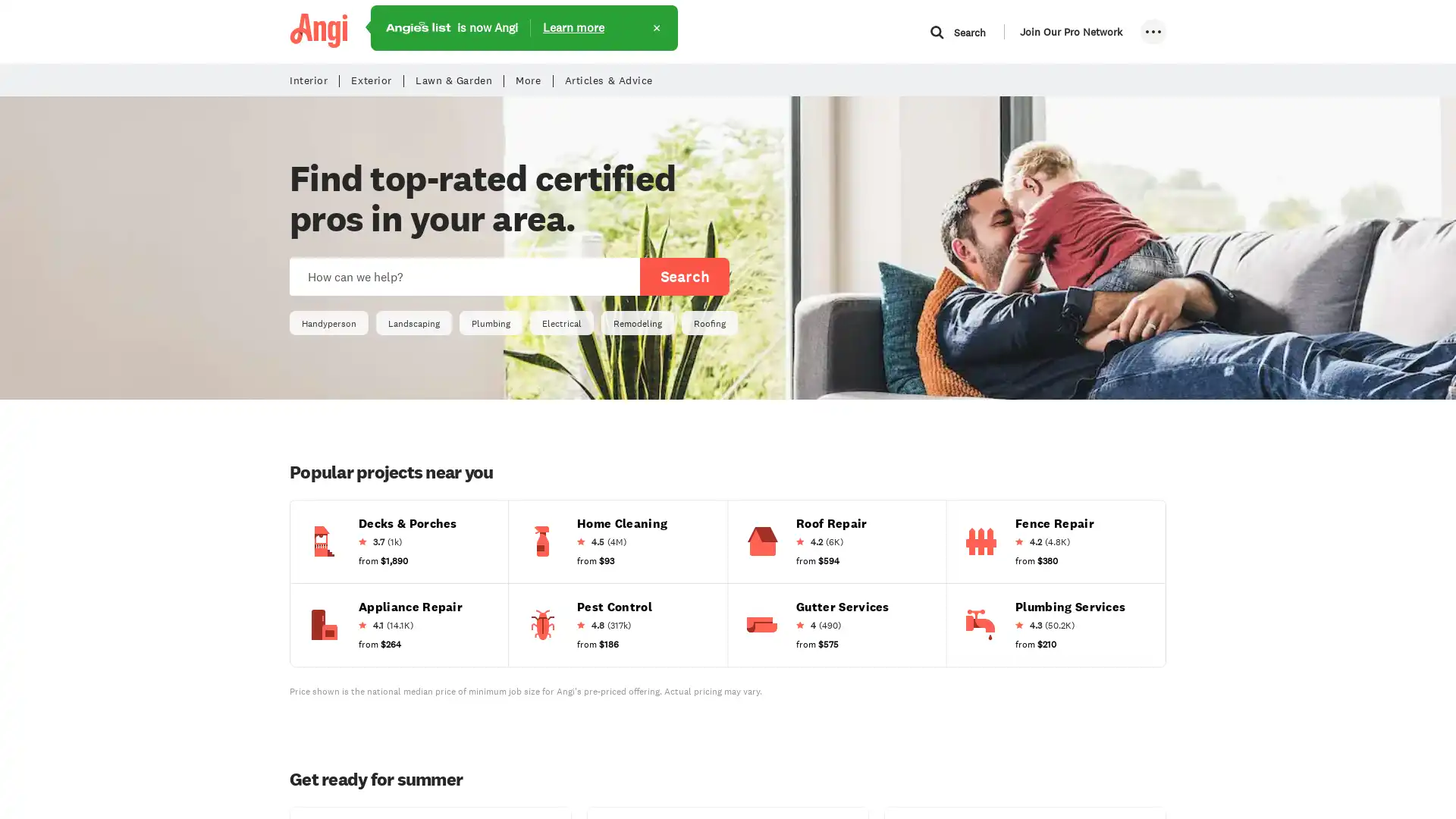 Image resolution: width=1456 pixels, height=819 pixels. I want to click on Submit a request for Maid Service., so click(622, 516).